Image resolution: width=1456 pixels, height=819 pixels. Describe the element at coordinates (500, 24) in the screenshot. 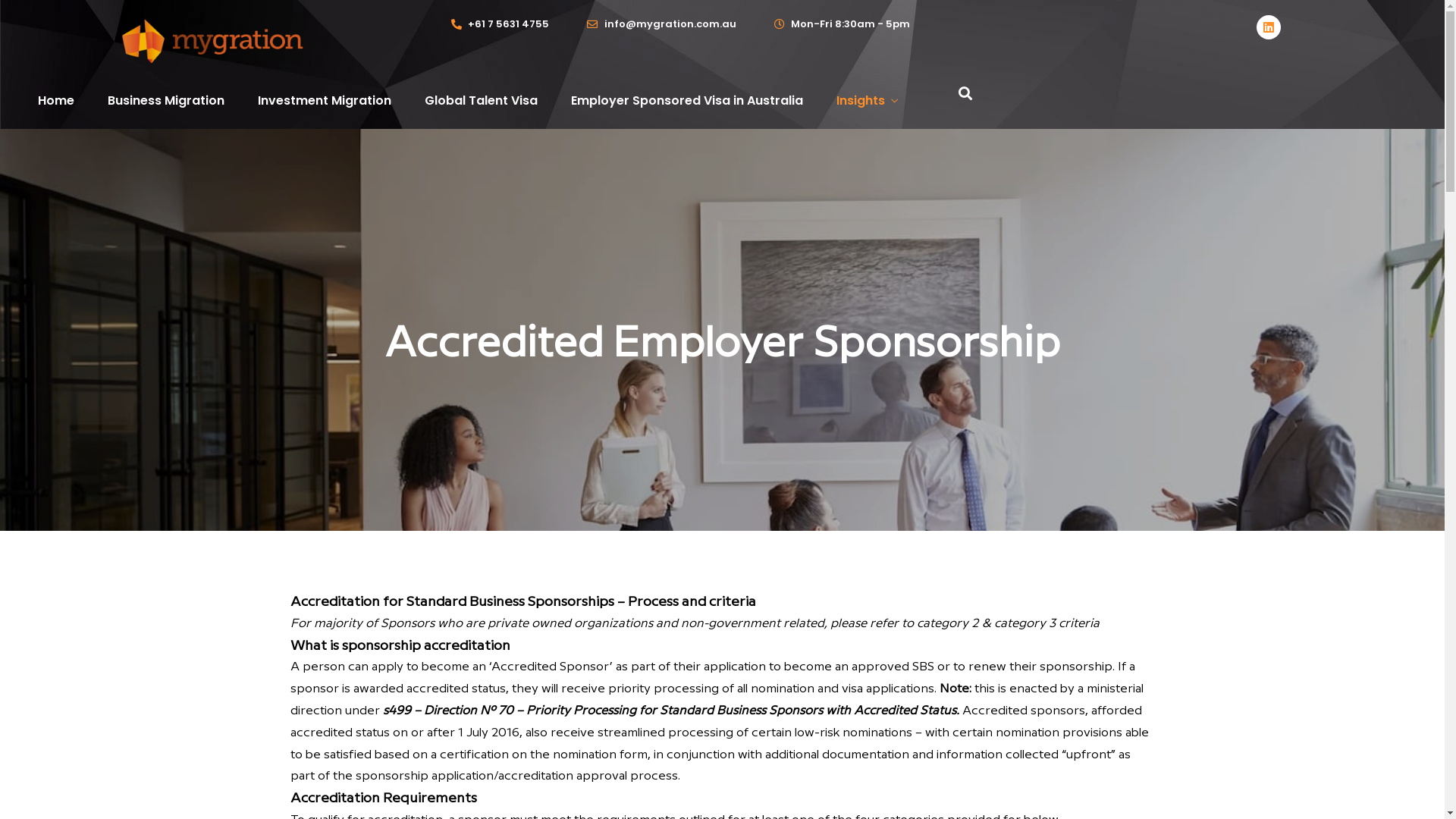

I see `'+61 7 5631 4755'` at that location.